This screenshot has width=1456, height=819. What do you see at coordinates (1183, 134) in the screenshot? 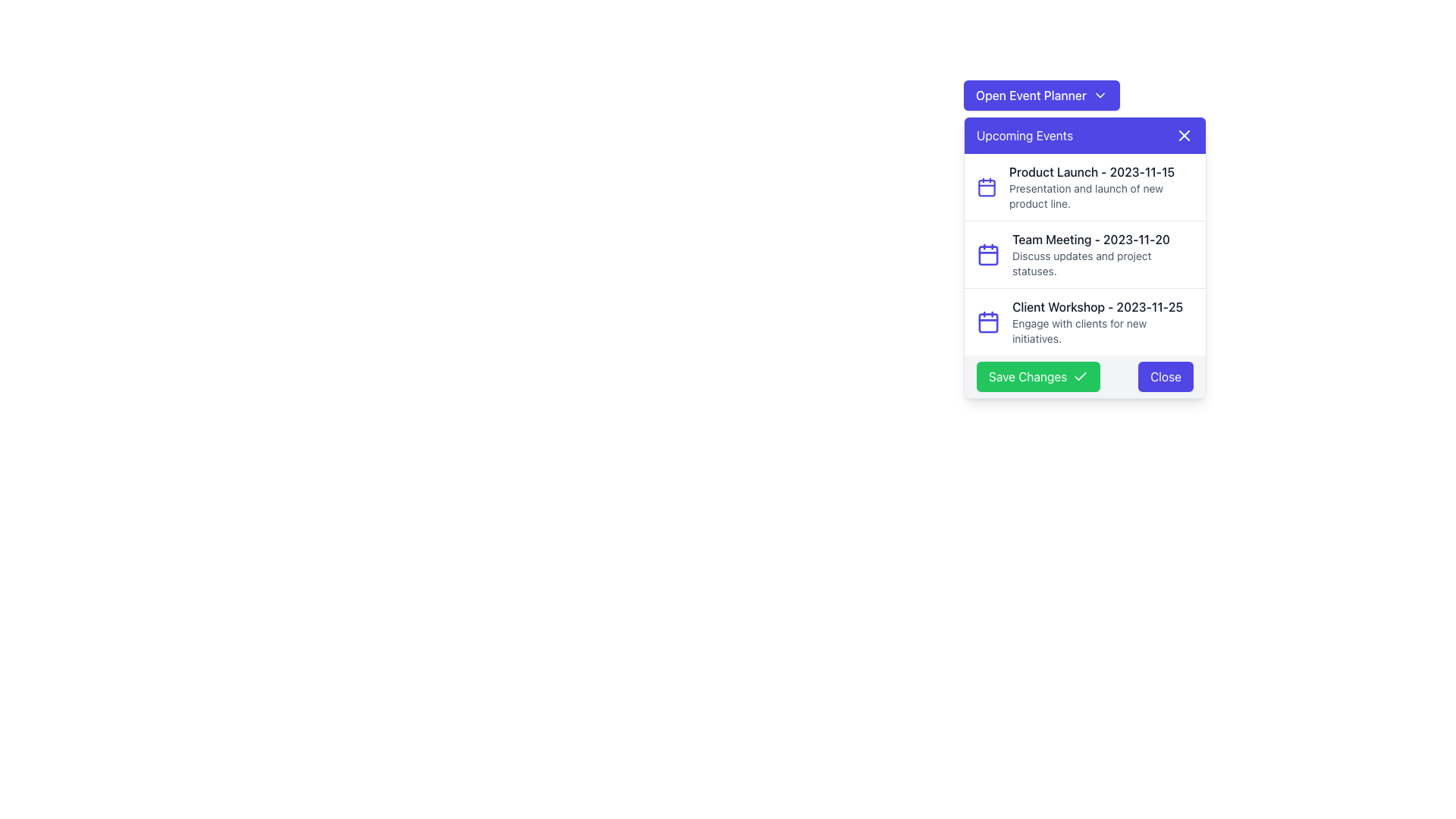
I see `the Close button icon located in the top-right corner of the 'Upcoming Events' section header within the dropdown panel` at bounding box center [1183, 134].